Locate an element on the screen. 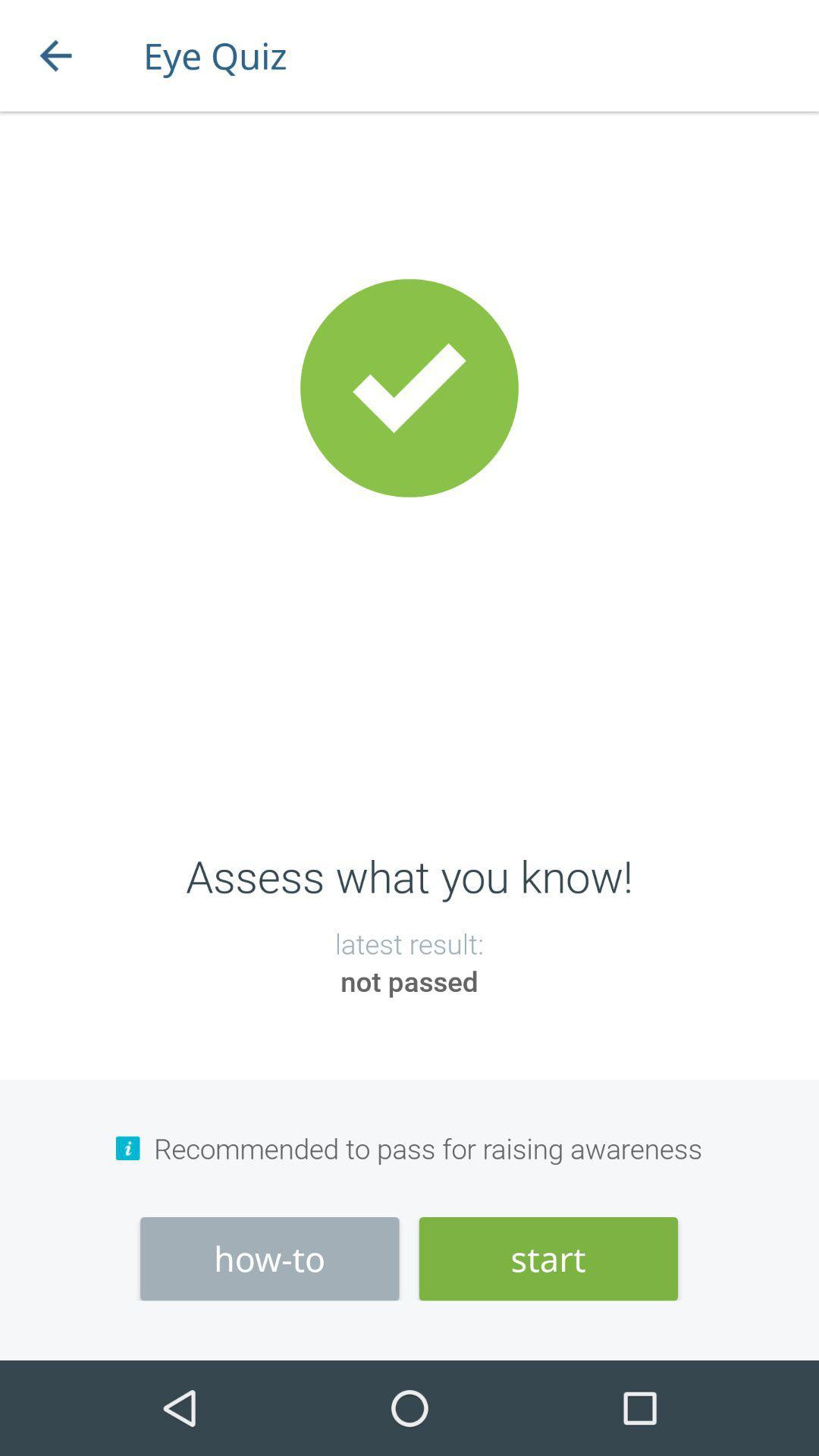 This screenshot has width=819, height=1456. the item next to start item is located at coordinates (268, 1259).